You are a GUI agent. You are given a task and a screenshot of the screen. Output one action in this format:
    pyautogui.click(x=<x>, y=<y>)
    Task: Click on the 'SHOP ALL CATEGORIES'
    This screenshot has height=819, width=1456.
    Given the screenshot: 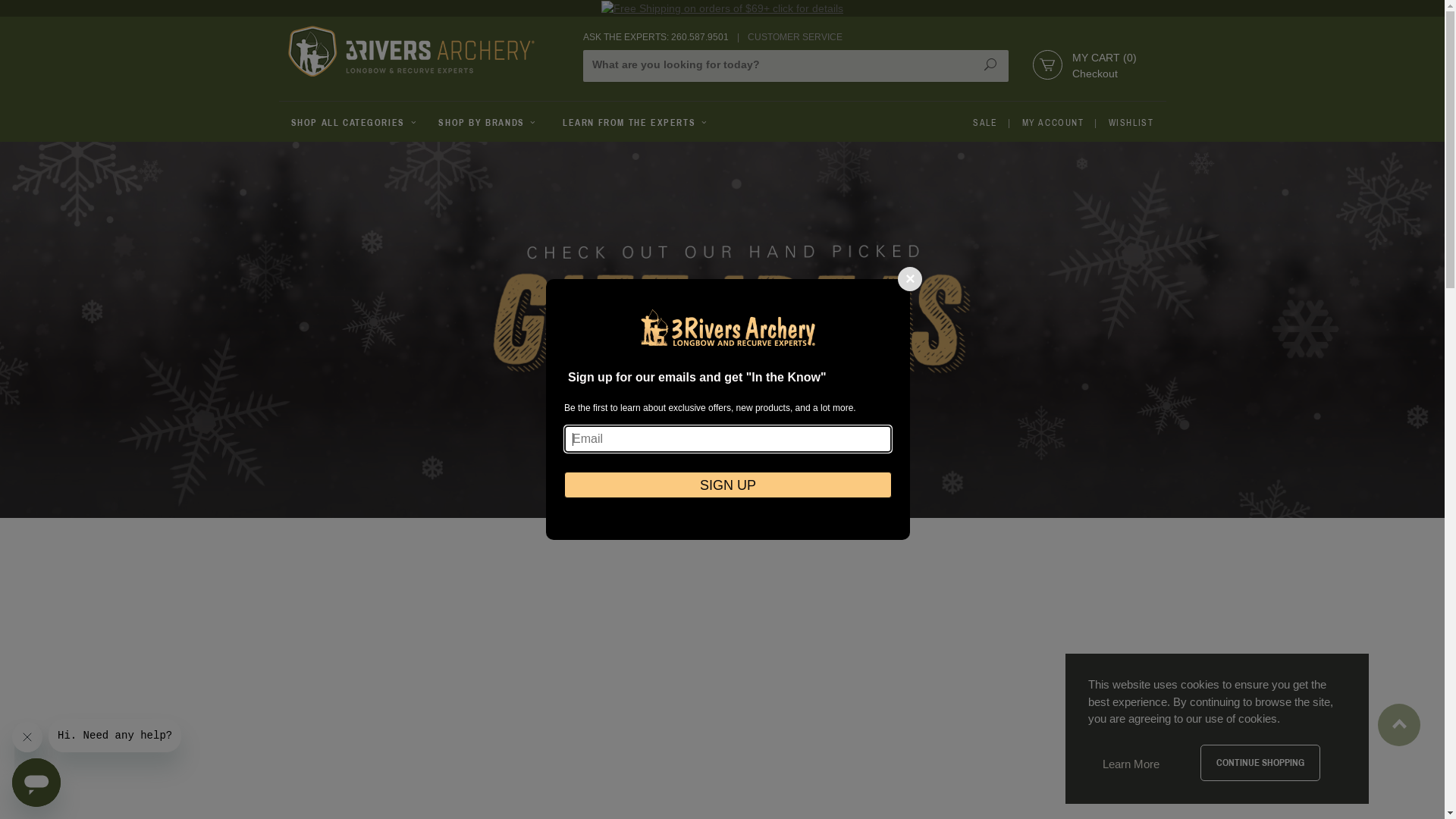 What is the action you would take?
    pyautogui.click(x=352, y=122)
    